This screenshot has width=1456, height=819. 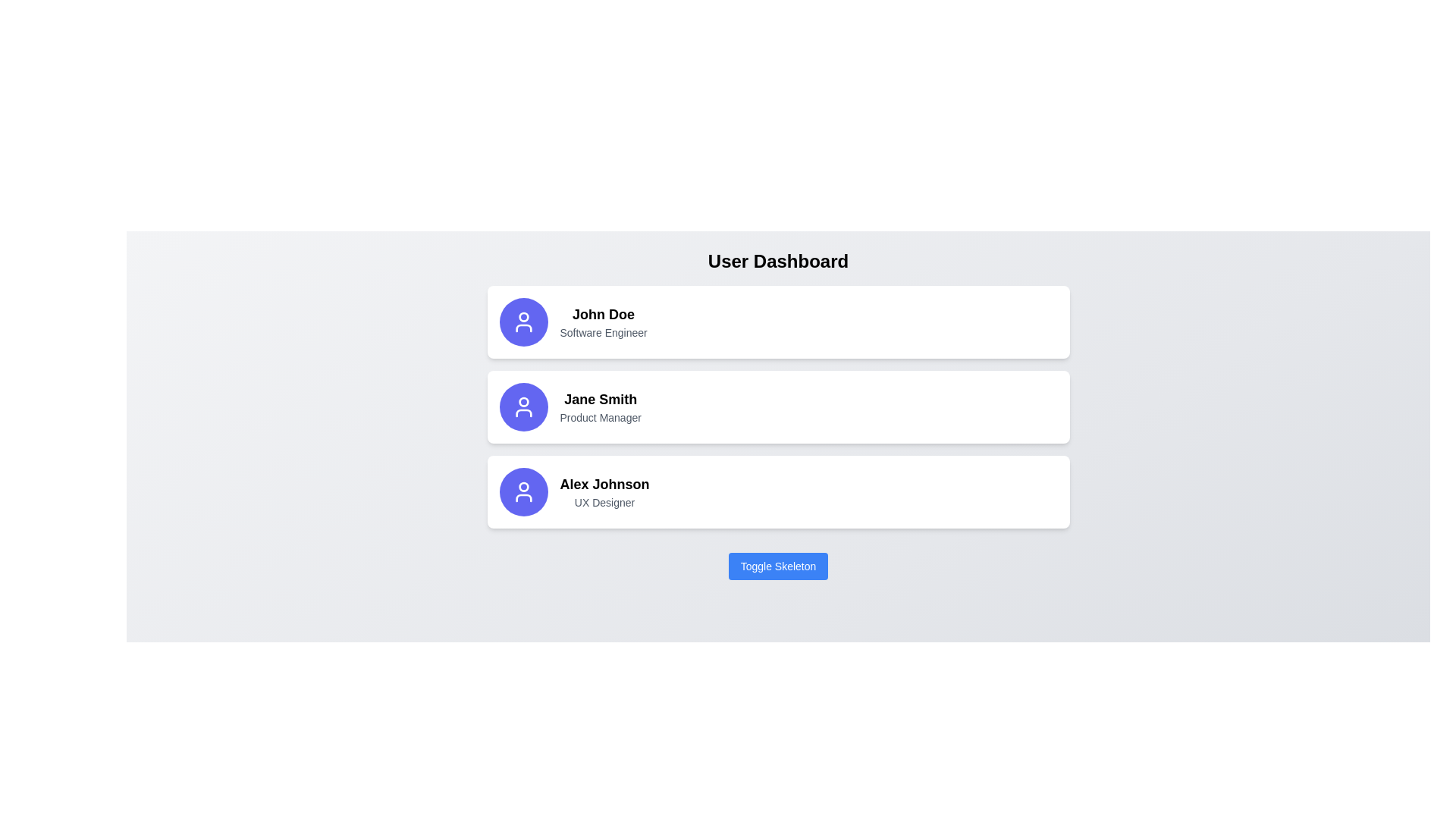 I want to click on text block that provides the name and role of a specific user, located within the third card in a vertical list of user cards, positioned next to a circular user icon, so click(x=604, y=491).